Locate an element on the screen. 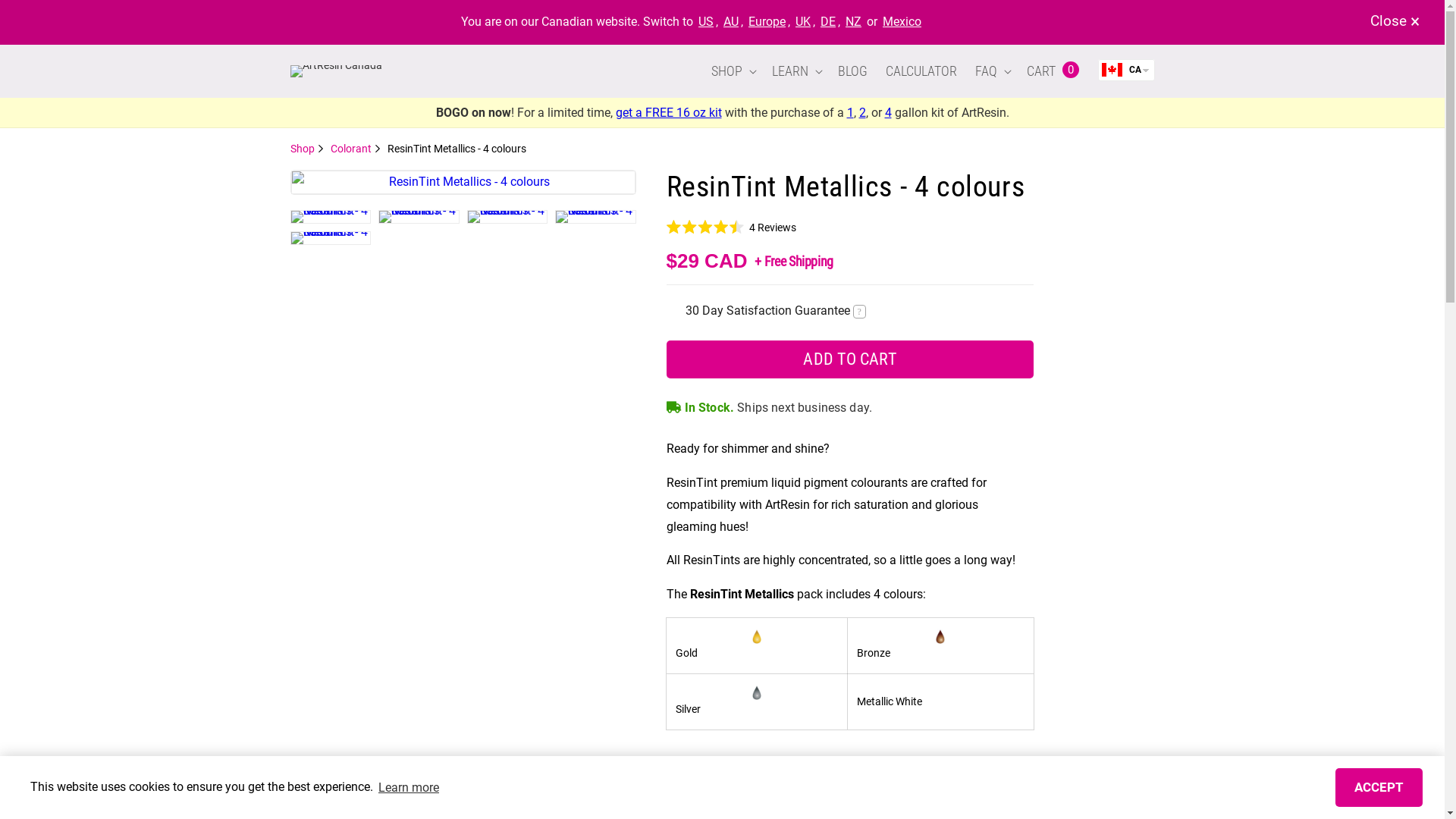 Image resolution: width=1456 pixels, height=819 pixels. 'AU' is located at coordinates (731, 21).